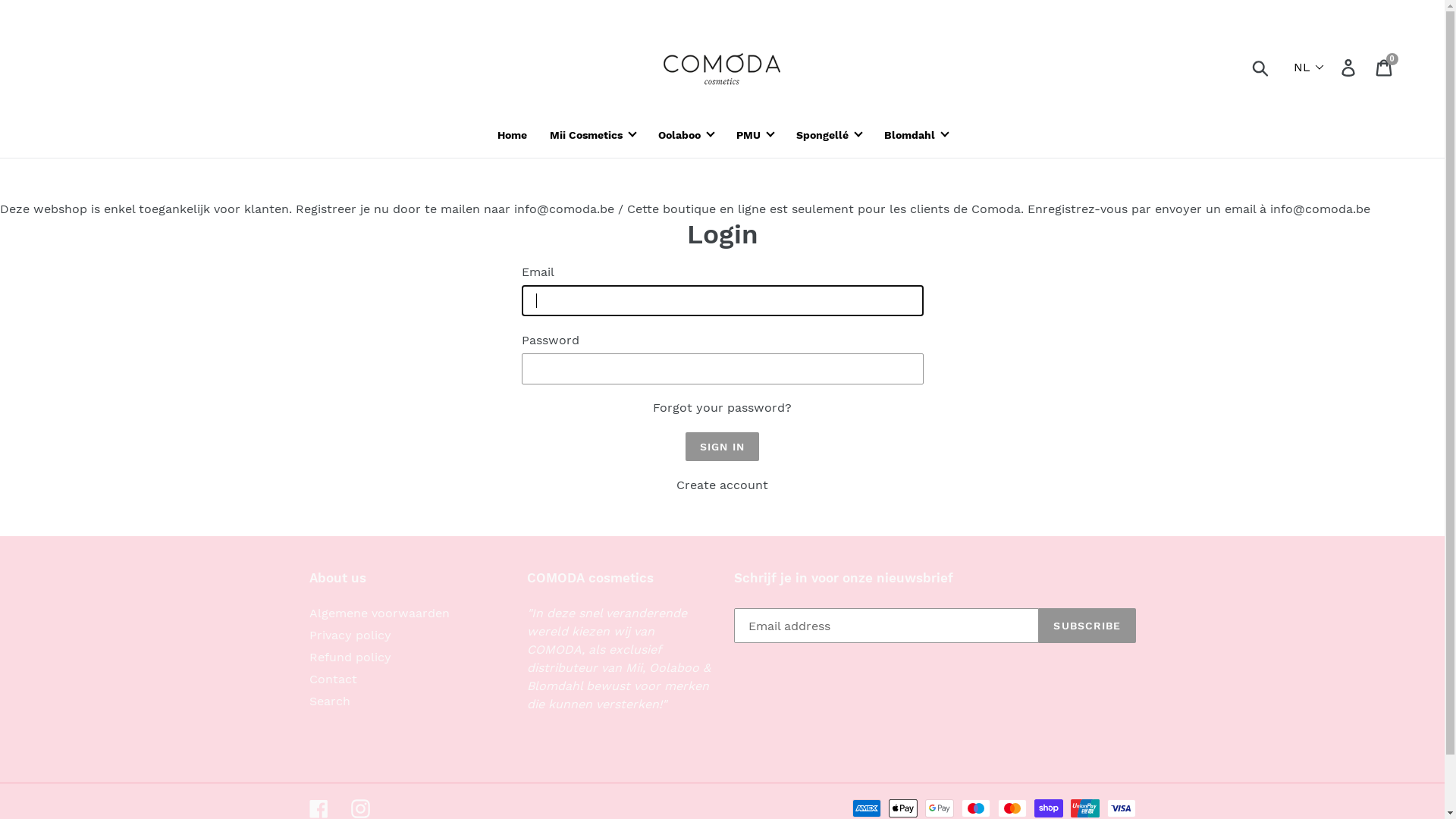 This screenshot has width=1456, height=819. I want to click on 'Sign In', so click(721, 446).